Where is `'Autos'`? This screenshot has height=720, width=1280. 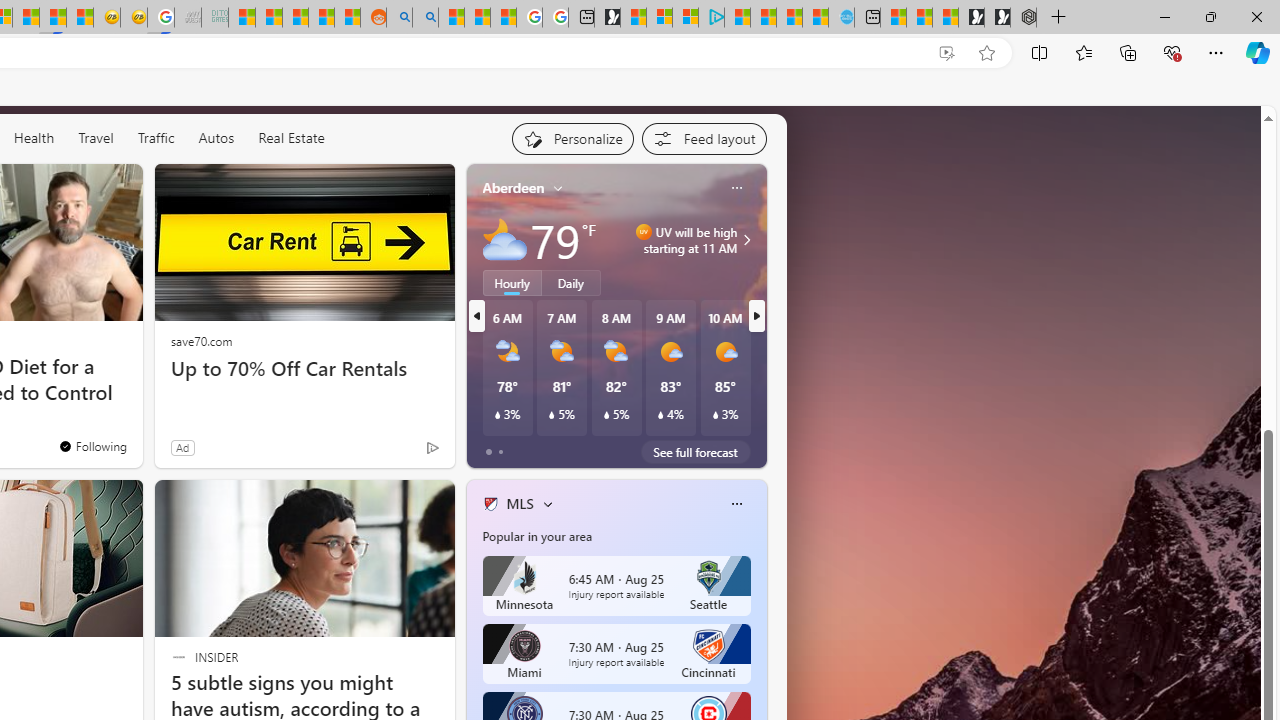
'Autos' is located at coordinates (216, 137).